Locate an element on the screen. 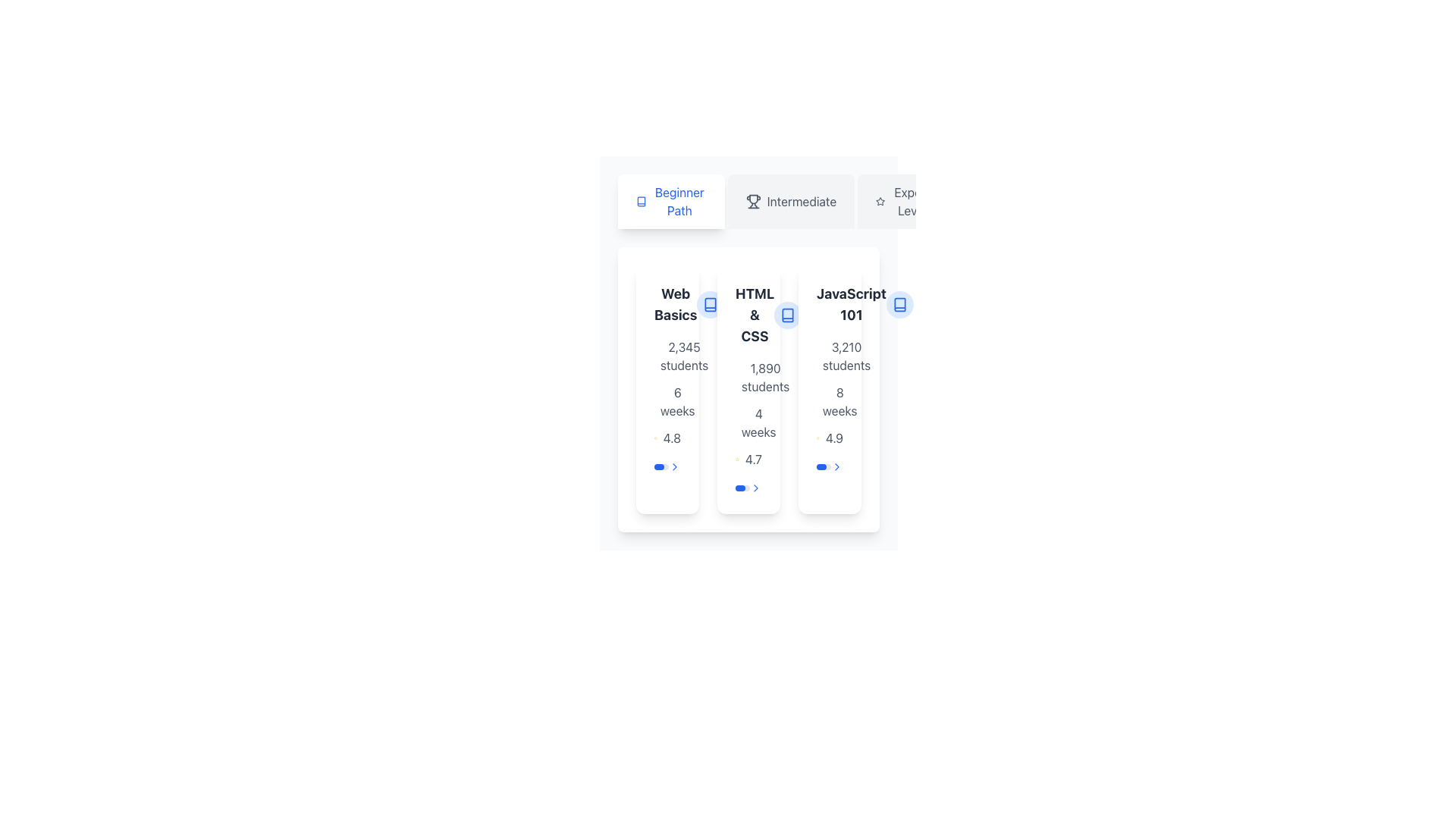 Image resolution: width=1456 pixels, height=819 pixels. the open book icon, which is styled with a blue color scheme and located within the second card under 'HTML & CSS' is located at coordinates (788, 315).